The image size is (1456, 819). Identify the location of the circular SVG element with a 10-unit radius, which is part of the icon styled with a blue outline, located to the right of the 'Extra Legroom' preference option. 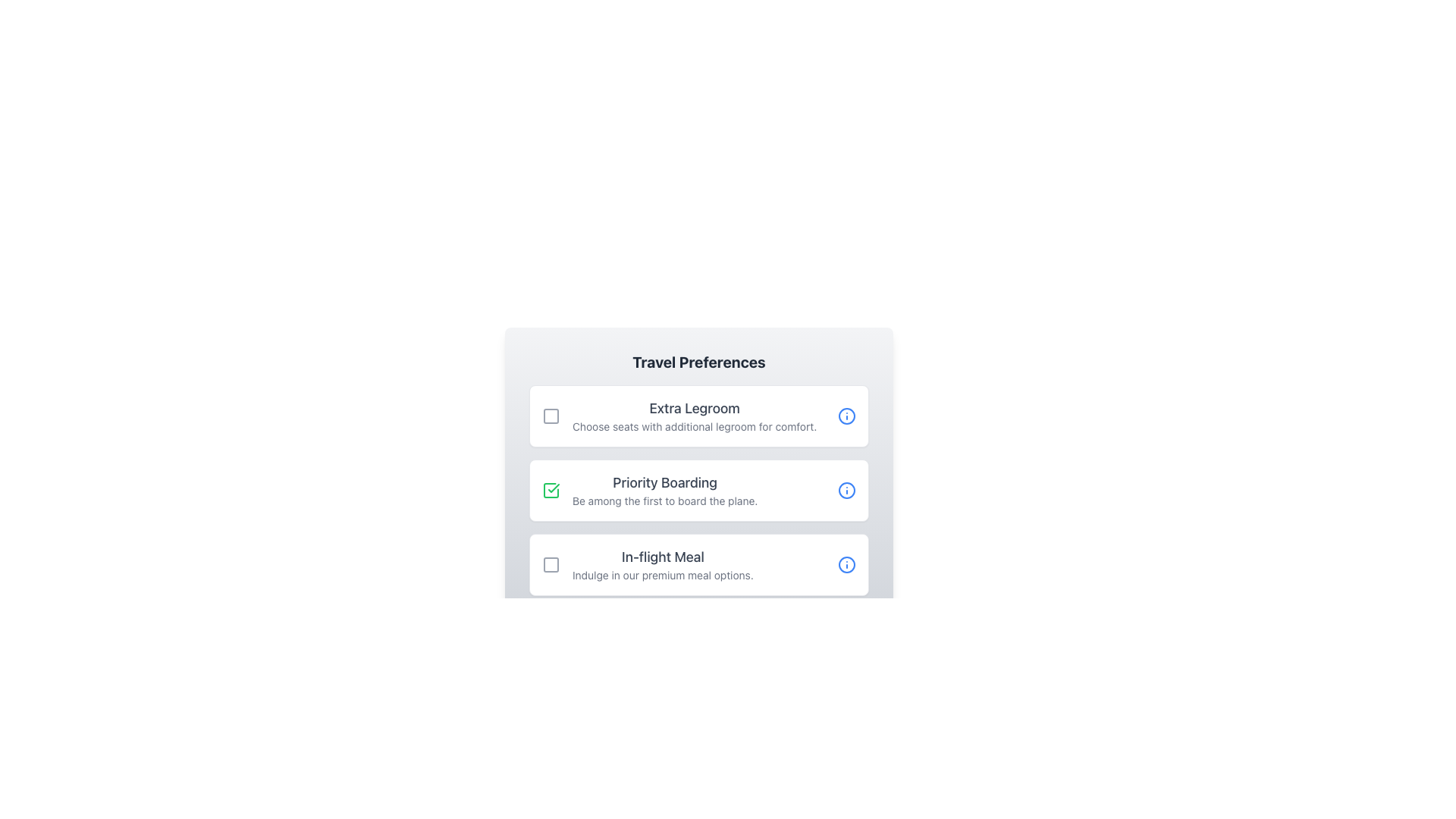
(846, 416).